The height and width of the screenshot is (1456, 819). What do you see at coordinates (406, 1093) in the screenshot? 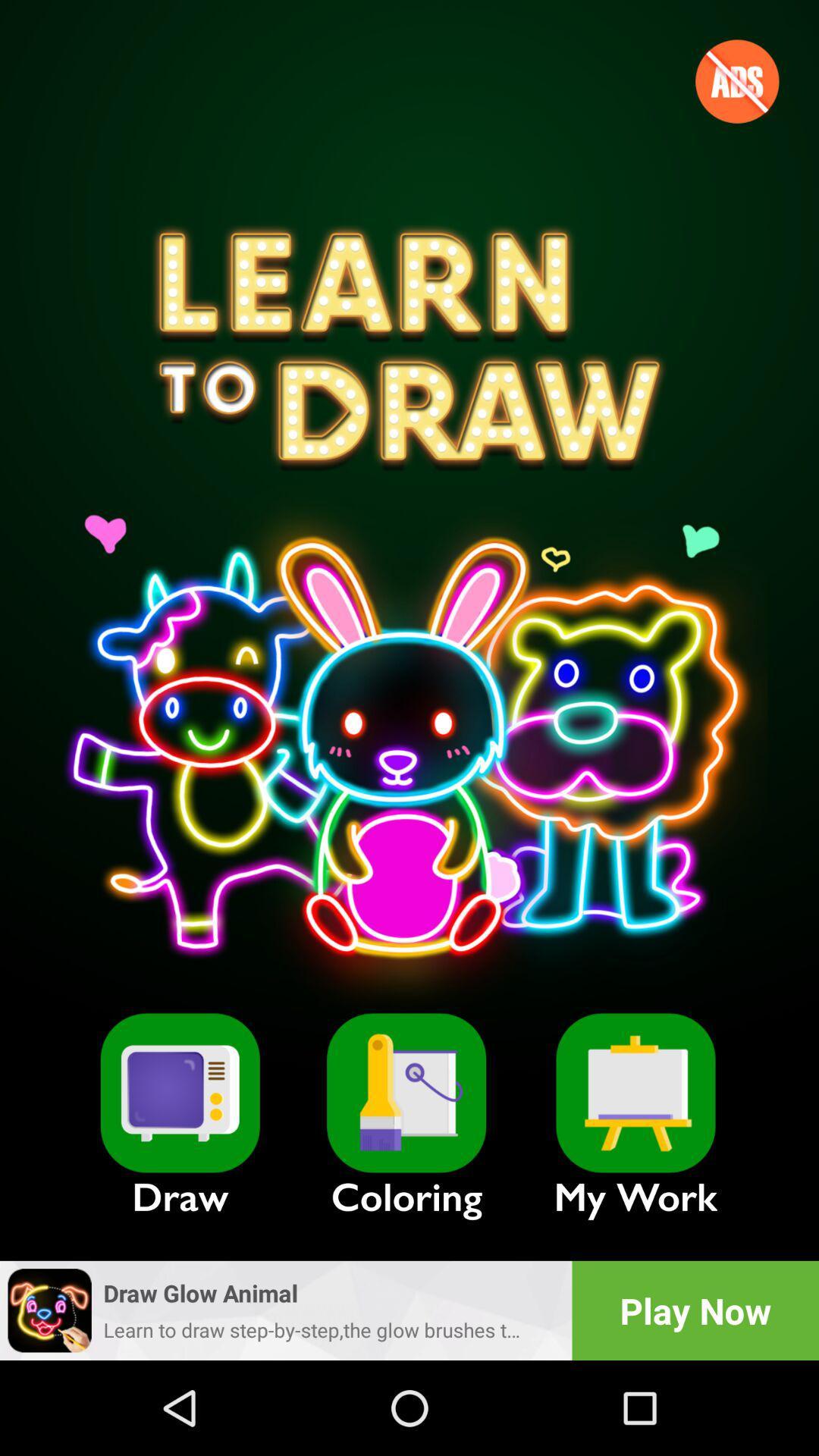
I see `icon to the left of my work icon` at bounding box center [406, 1093].